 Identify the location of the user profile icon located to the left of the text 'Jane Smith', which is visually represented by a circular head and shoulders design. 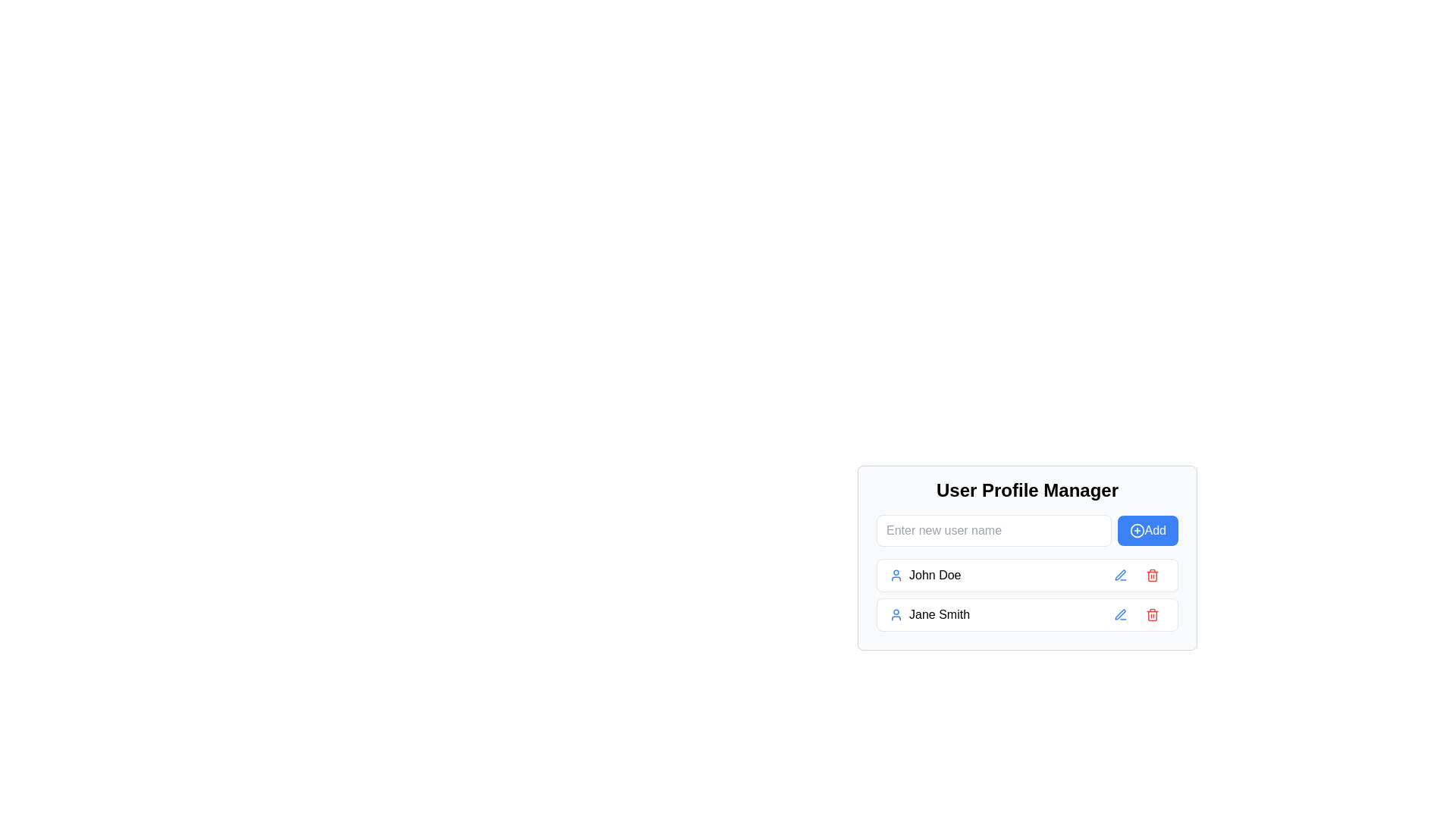
(896, 614).